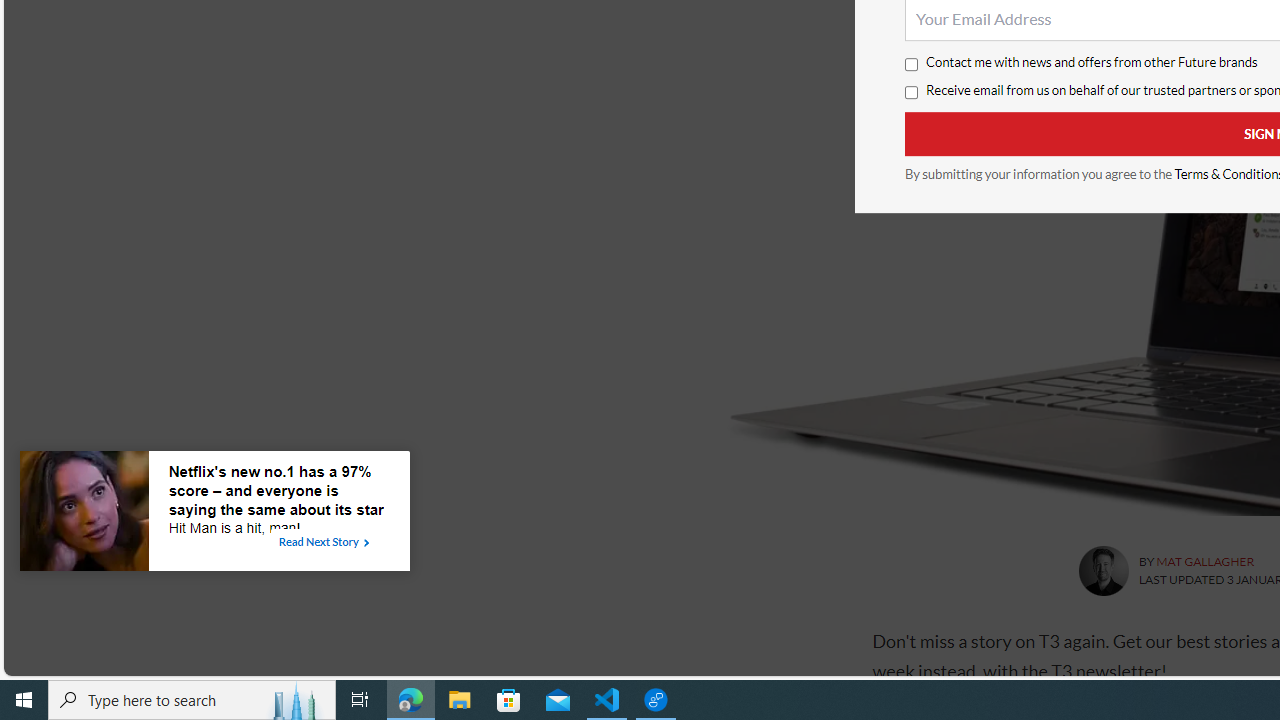 The height and width of the screenshot is (720, 1280). Describe the element at coordinates (1102, 571) in the screenshot. I see `'Mat Gallagher'` at that location.